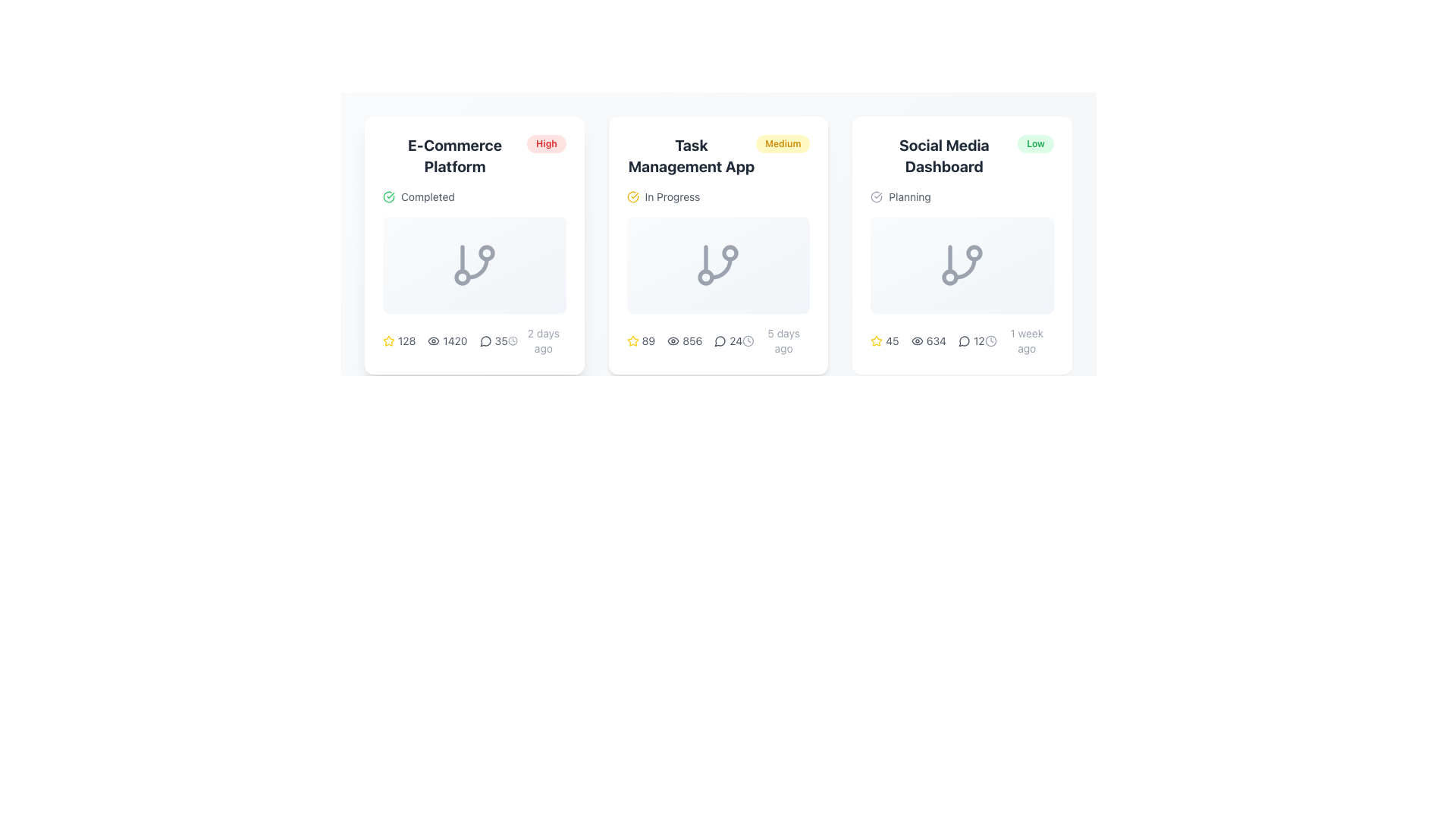  What do you see at coordinates (720, 341) in the screenshot?
I see `the speech bubble icon representing comments or messages, located in the middle segment of the row under the 'Task Management App' card` at bounding box center [720, 341].